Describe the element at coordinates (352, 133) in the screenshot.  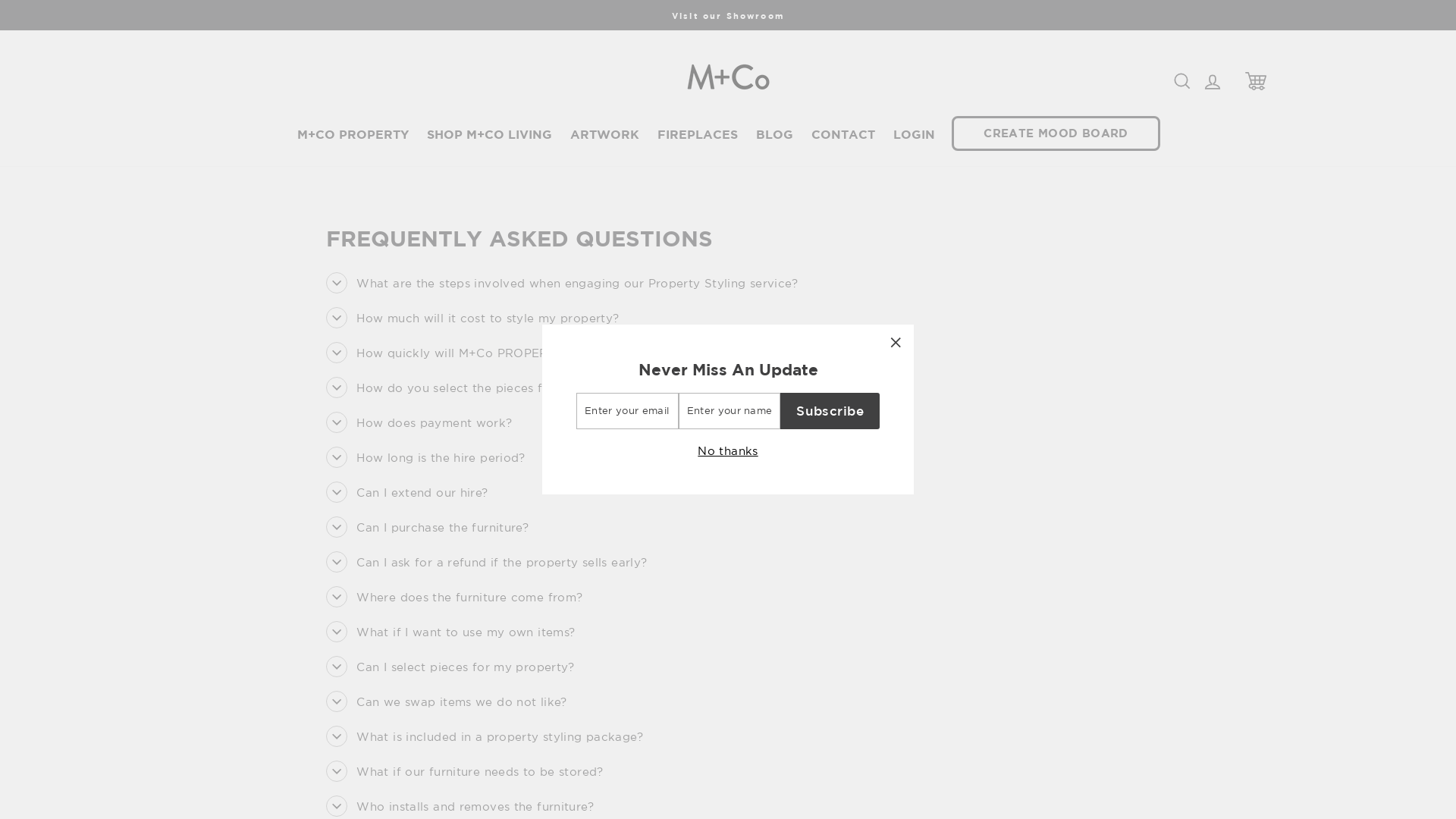
I see `'M+CO PROPERTY'` at that location.